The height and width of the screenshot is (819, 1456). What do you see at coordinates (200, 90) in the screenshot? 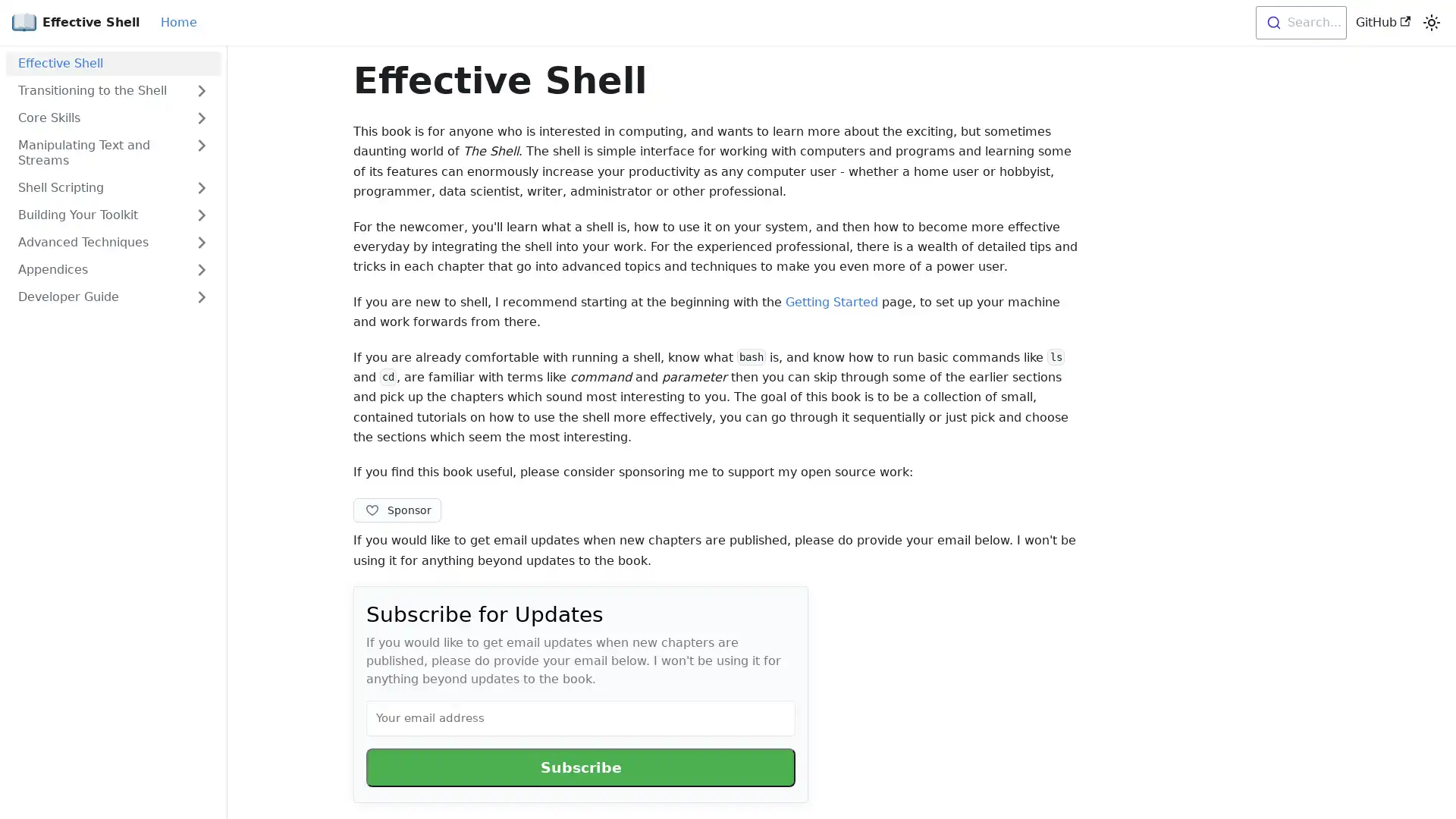
I see `Toggle the collapsible sidebar category 'Transitioning to the Shell'` at bounding box center [200, 90].